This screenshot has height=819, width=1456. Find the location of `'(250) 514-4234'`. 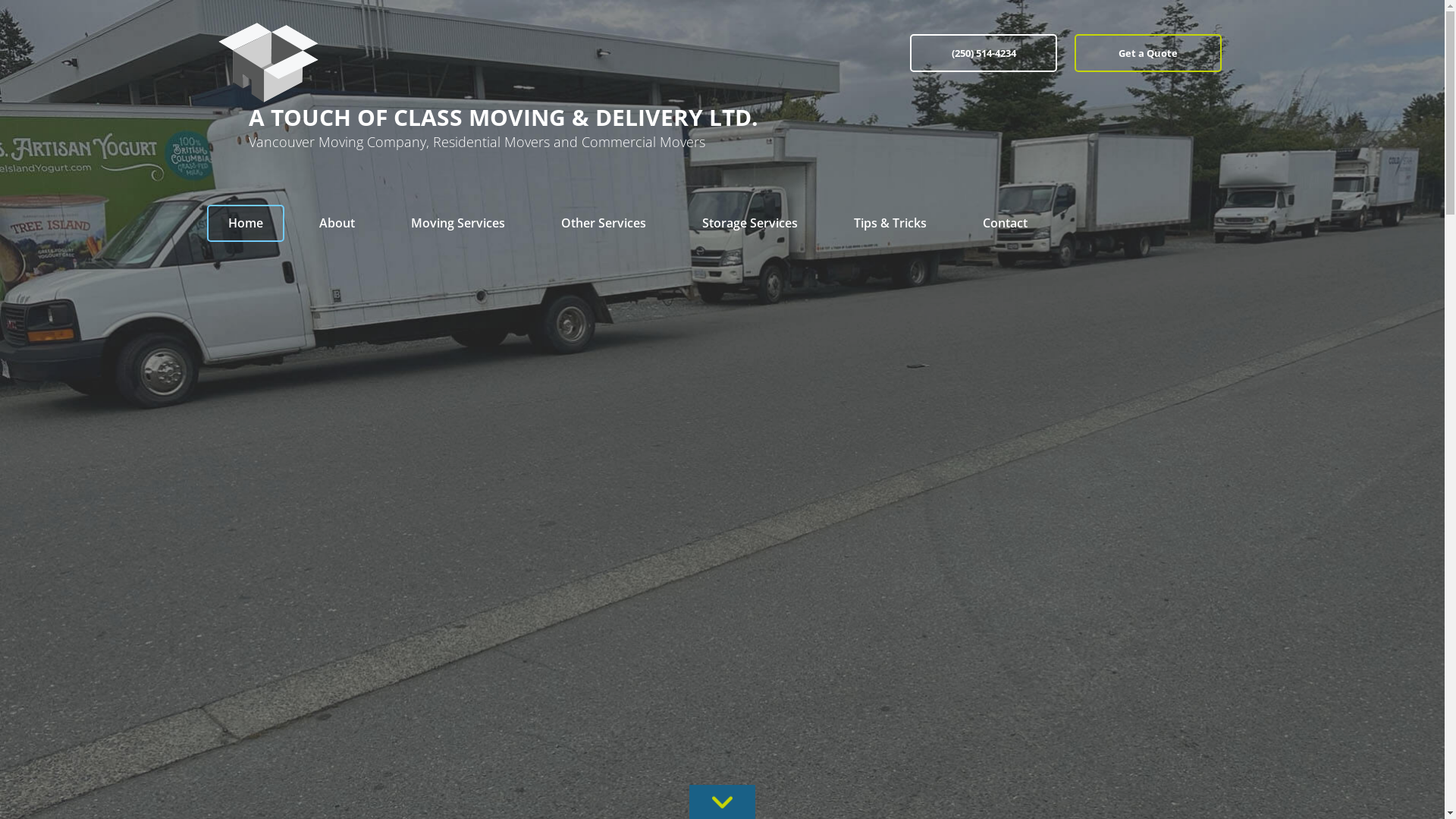

'(250) 514-4234' is located at coordinates (910, 52).